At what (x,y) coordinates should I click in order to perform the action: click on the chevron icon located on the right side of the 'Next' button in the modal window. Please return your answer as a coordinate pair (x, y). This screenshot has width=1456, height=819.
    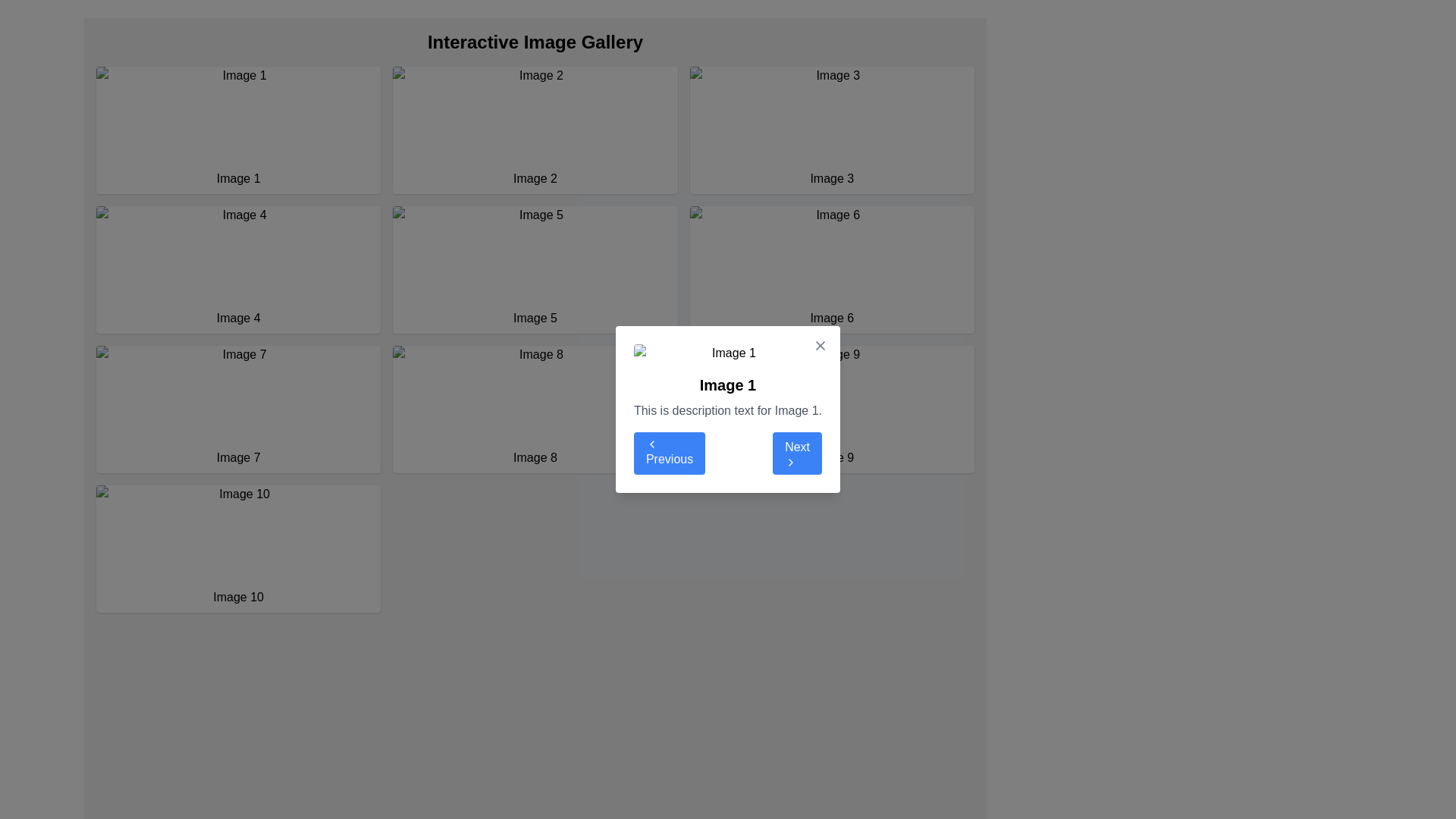
    Looking at the image, I should click on (790, 461).